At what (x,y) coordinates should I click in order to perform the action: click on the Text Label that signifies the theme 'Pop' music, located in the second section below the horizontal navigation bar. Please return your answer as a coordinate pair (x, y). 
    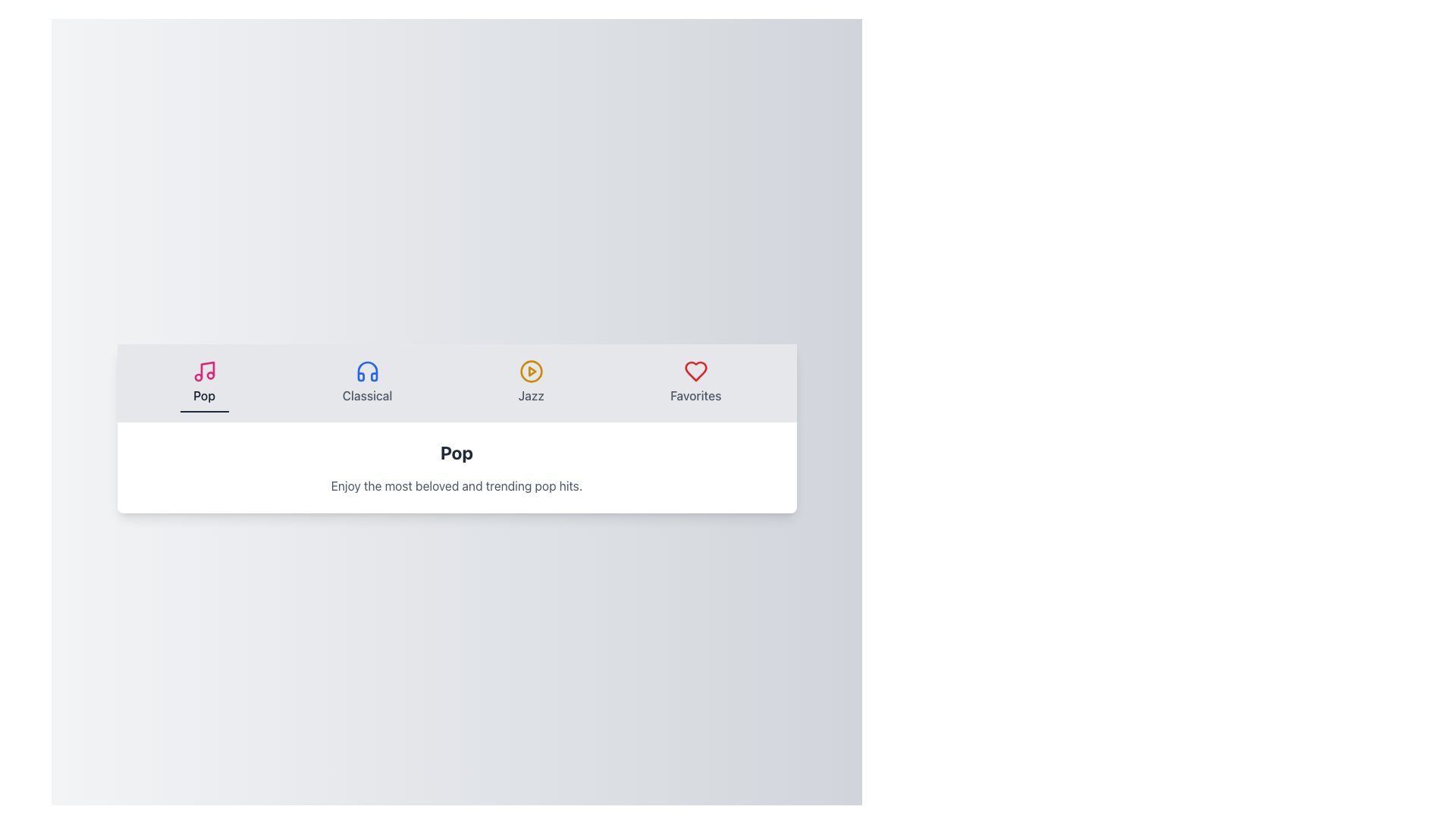
    Looking at the image, I should click on (456, 451).